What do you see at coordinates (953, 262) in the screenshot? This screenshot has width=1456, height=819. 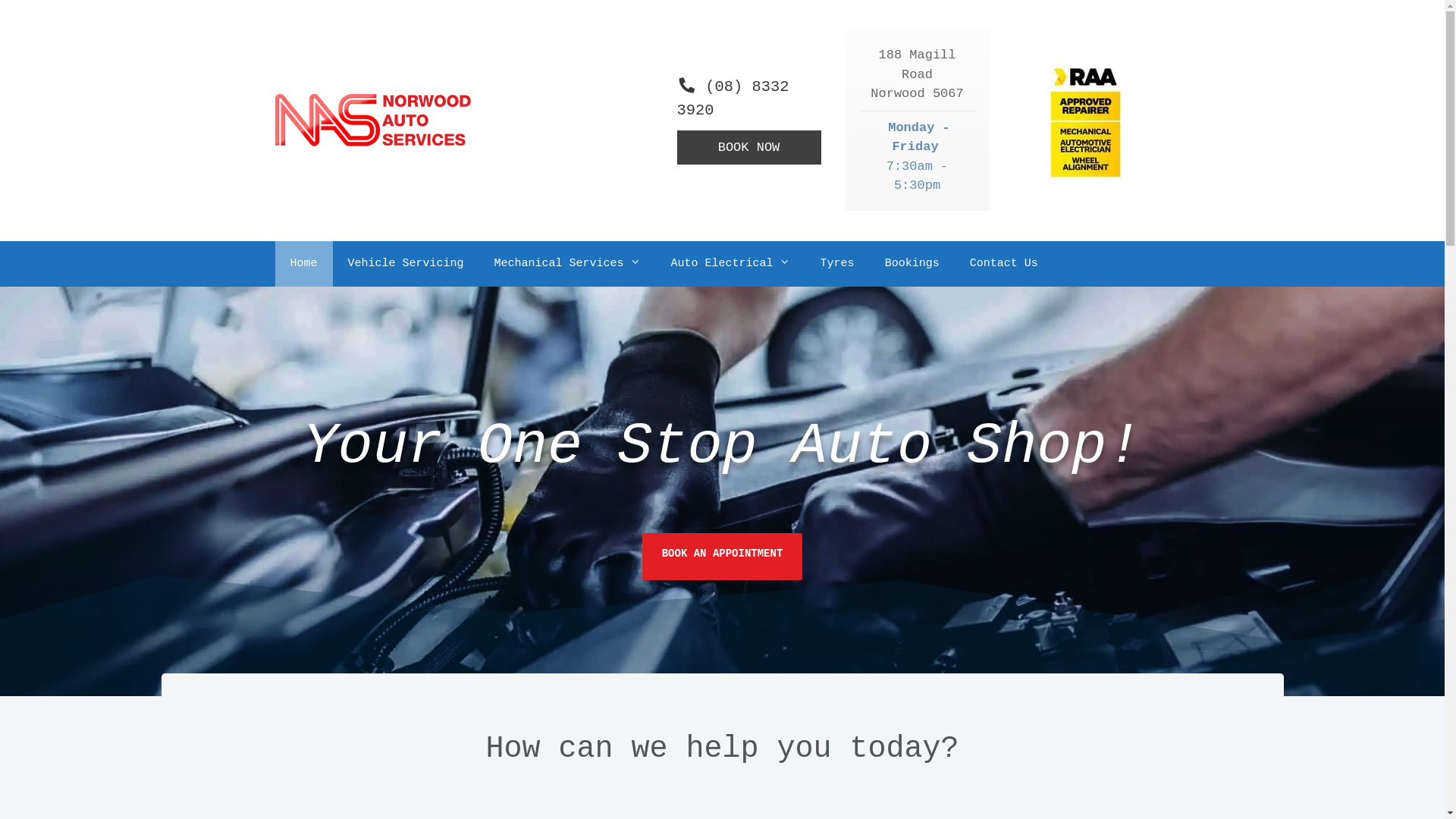 I see `'Contact Us'` at bounding box center [953, 262].